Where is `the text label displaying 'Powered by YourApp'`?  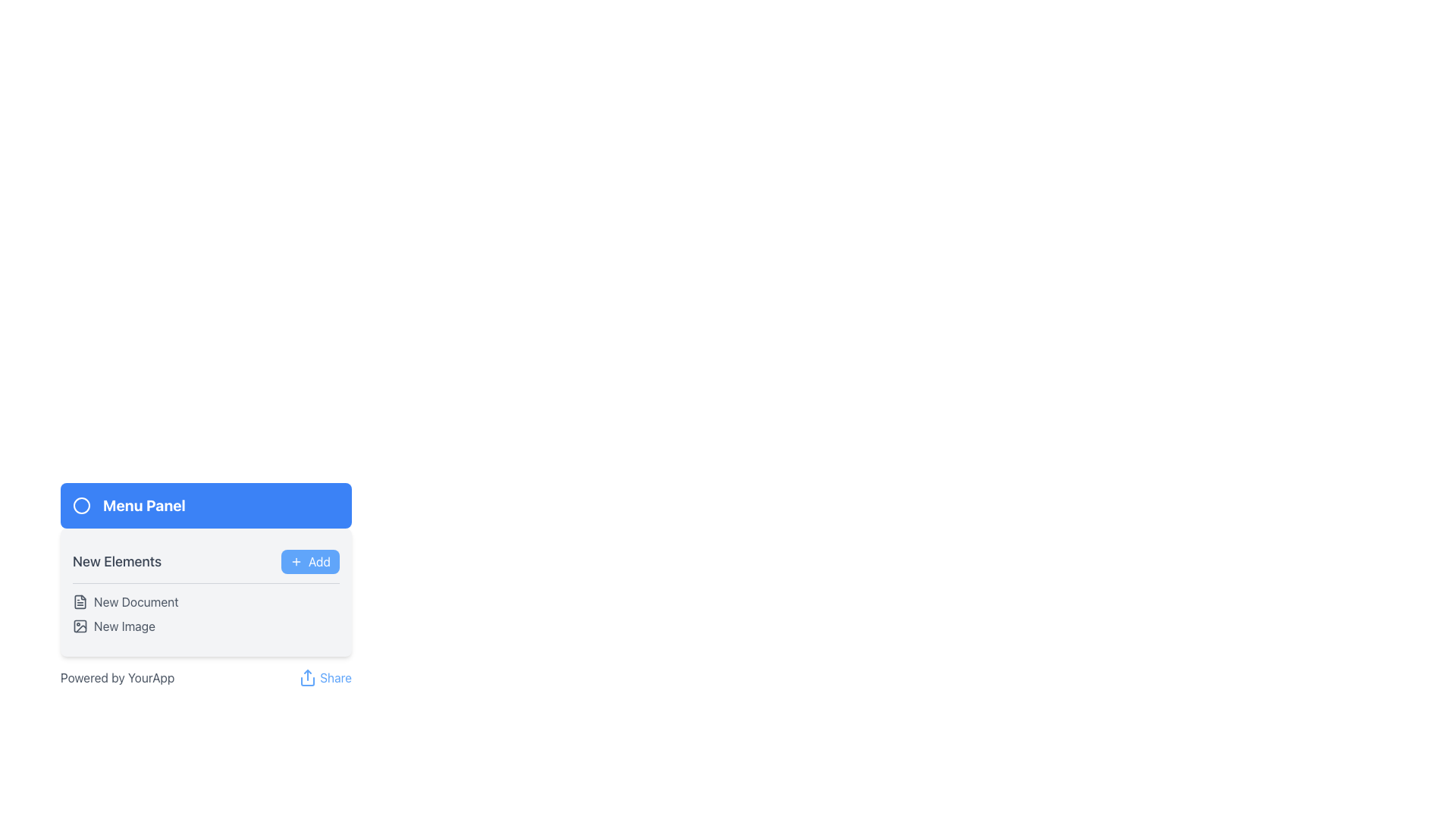 the text label displaying 'Powered by YourApp' is located at coordinates (117, 677).